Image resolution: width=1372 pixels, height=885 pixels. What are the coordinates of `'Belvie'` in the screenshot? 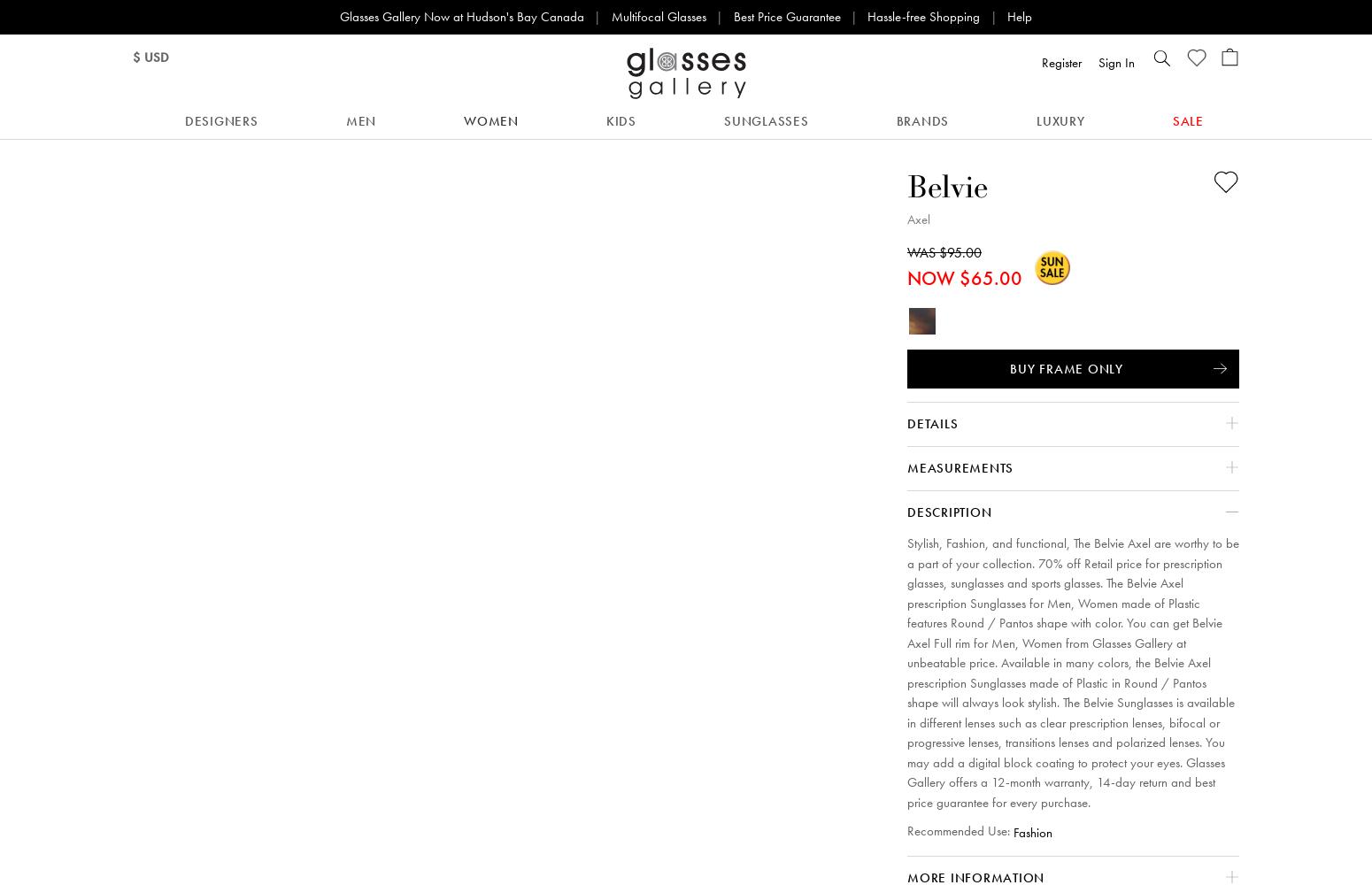 It's located at (947, 185).